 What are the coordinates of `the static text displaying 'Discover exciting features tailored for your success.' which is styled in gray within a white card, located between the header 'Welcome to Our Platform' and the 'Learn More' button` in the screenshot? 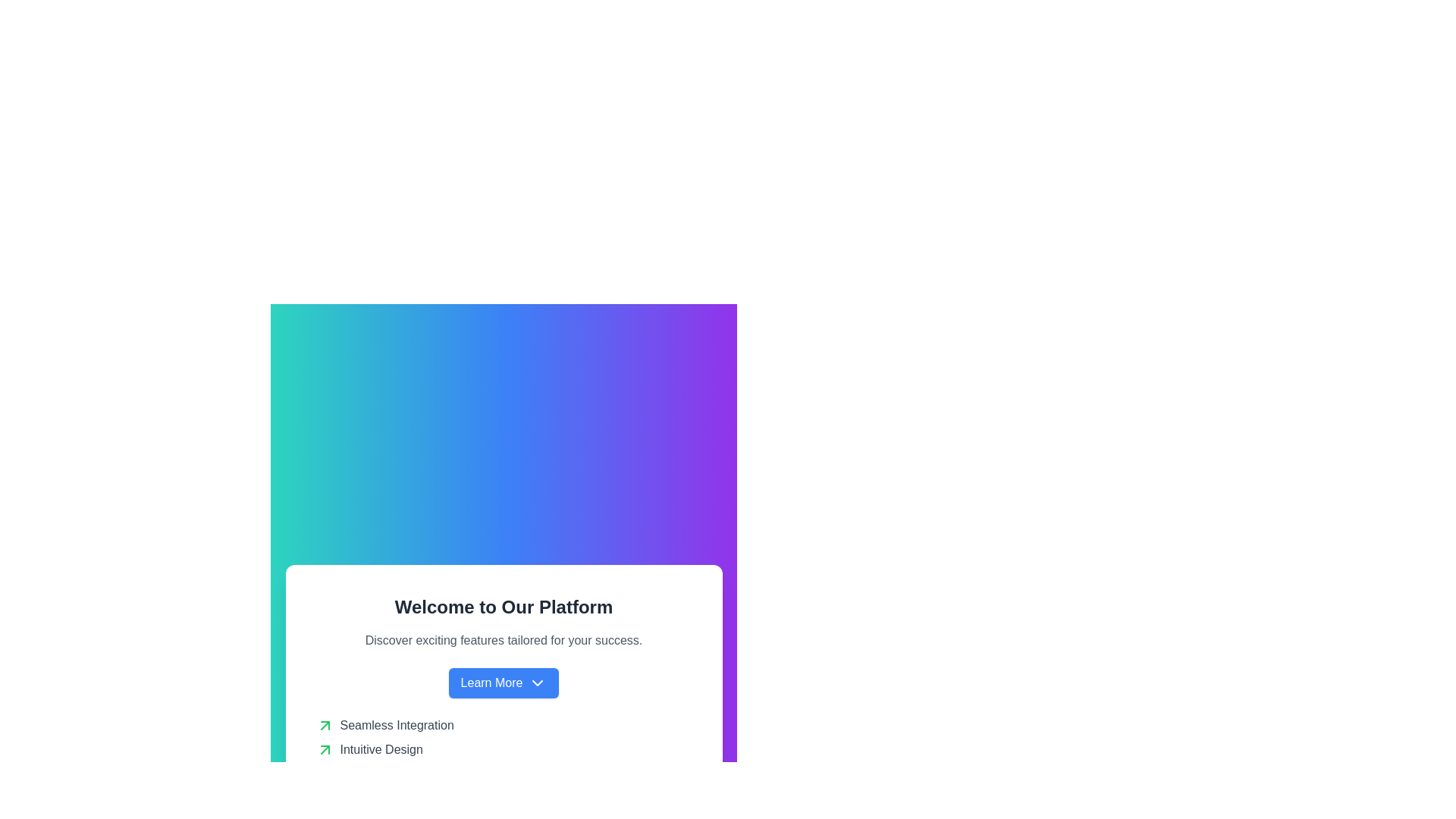 It's located at (504, 640).